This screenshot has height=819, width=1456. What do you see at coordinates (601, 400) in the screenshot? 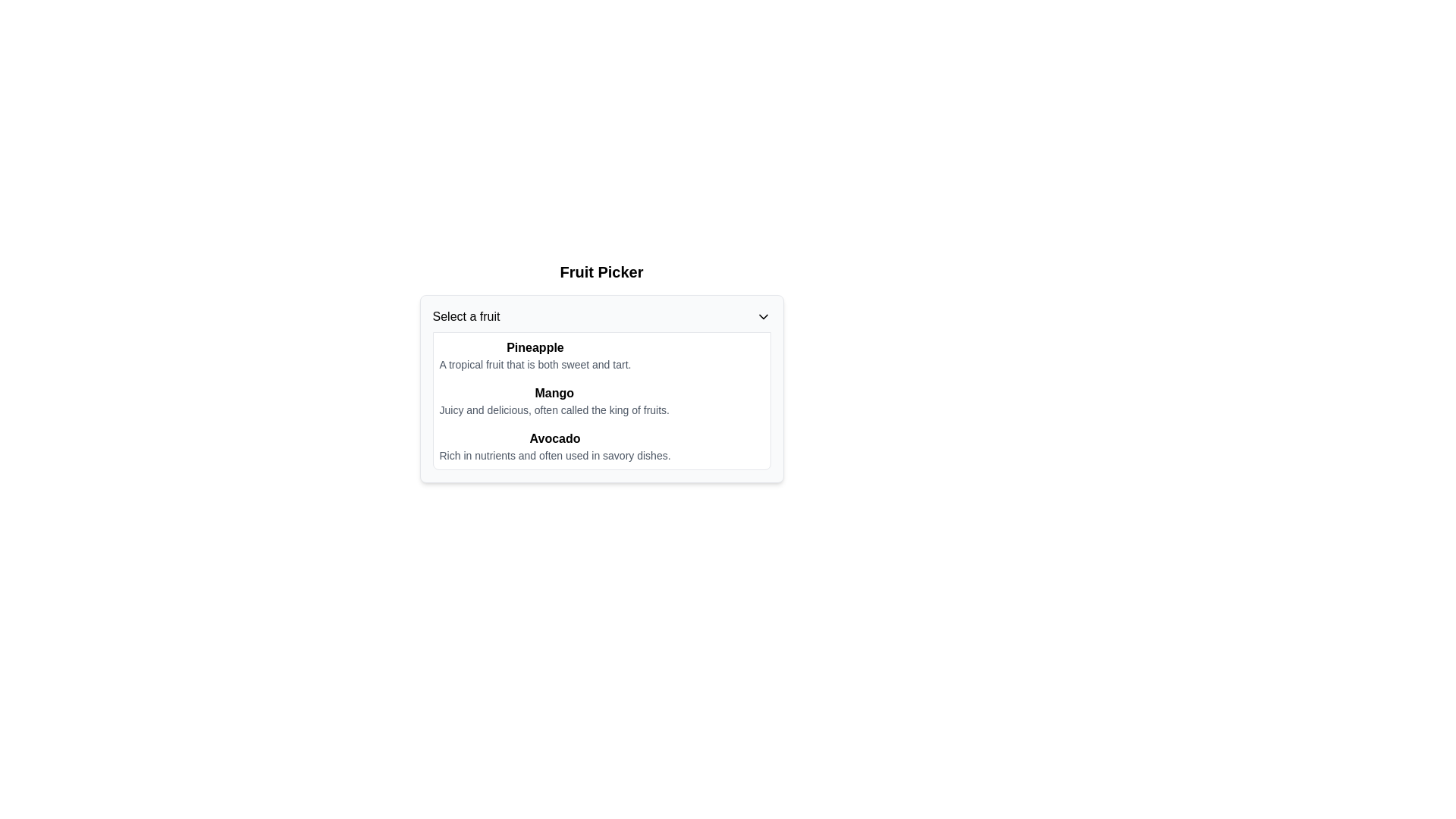
I see `the dropdown list section that displays selectable fruit options, positioned centrally below the 'Select a fruit' label` at bounding box center [601, 400].